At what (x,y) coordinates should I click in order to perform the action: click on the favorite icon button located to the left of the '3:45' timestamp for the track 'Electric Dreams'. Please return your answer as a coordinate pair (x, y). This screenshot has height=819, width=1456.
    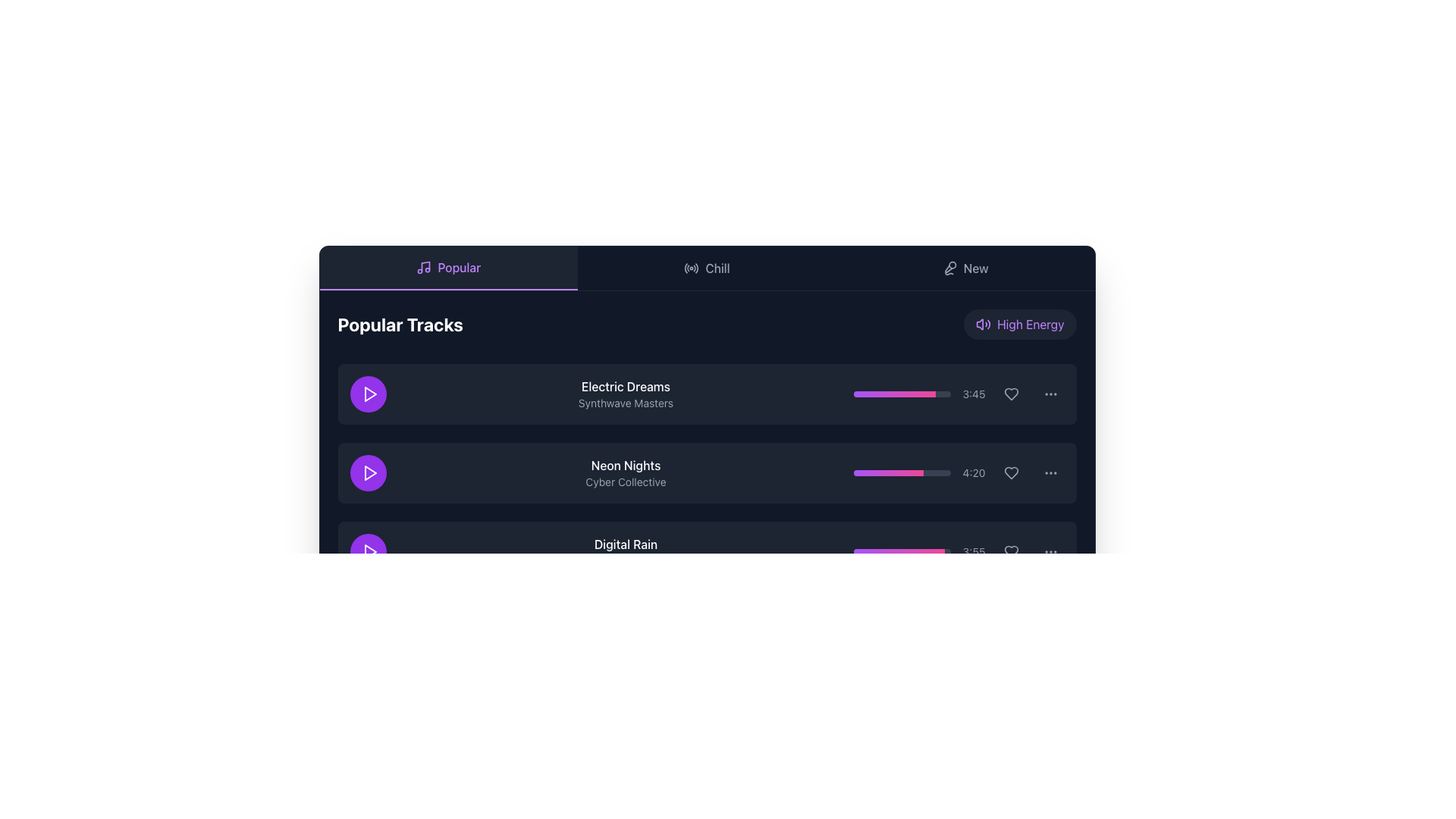
    Looking at the image, I should click on (1011, 394).